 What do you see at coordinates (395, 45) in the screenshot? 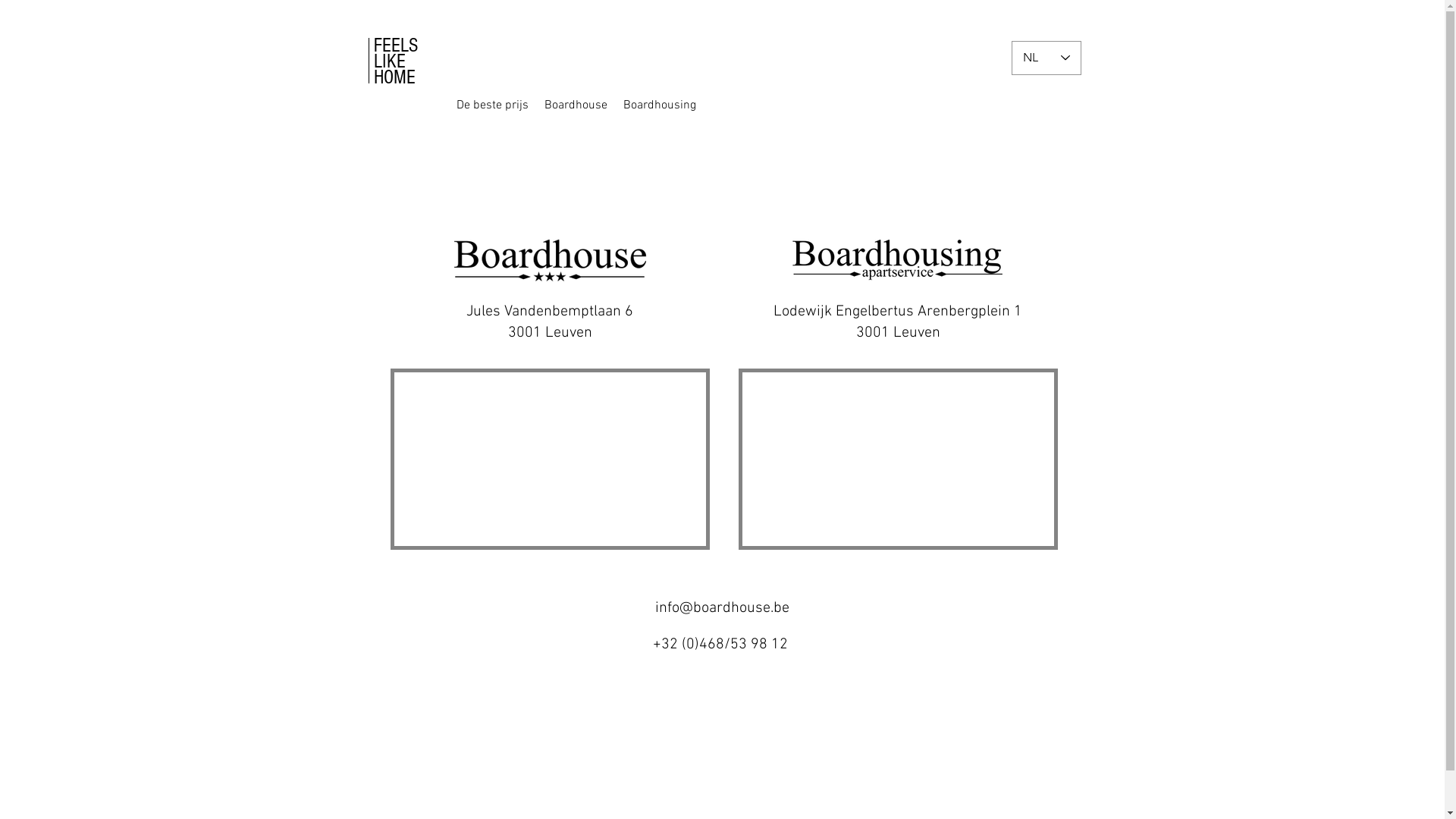
I see `'FEELS'` at bounding box center [395, 45].